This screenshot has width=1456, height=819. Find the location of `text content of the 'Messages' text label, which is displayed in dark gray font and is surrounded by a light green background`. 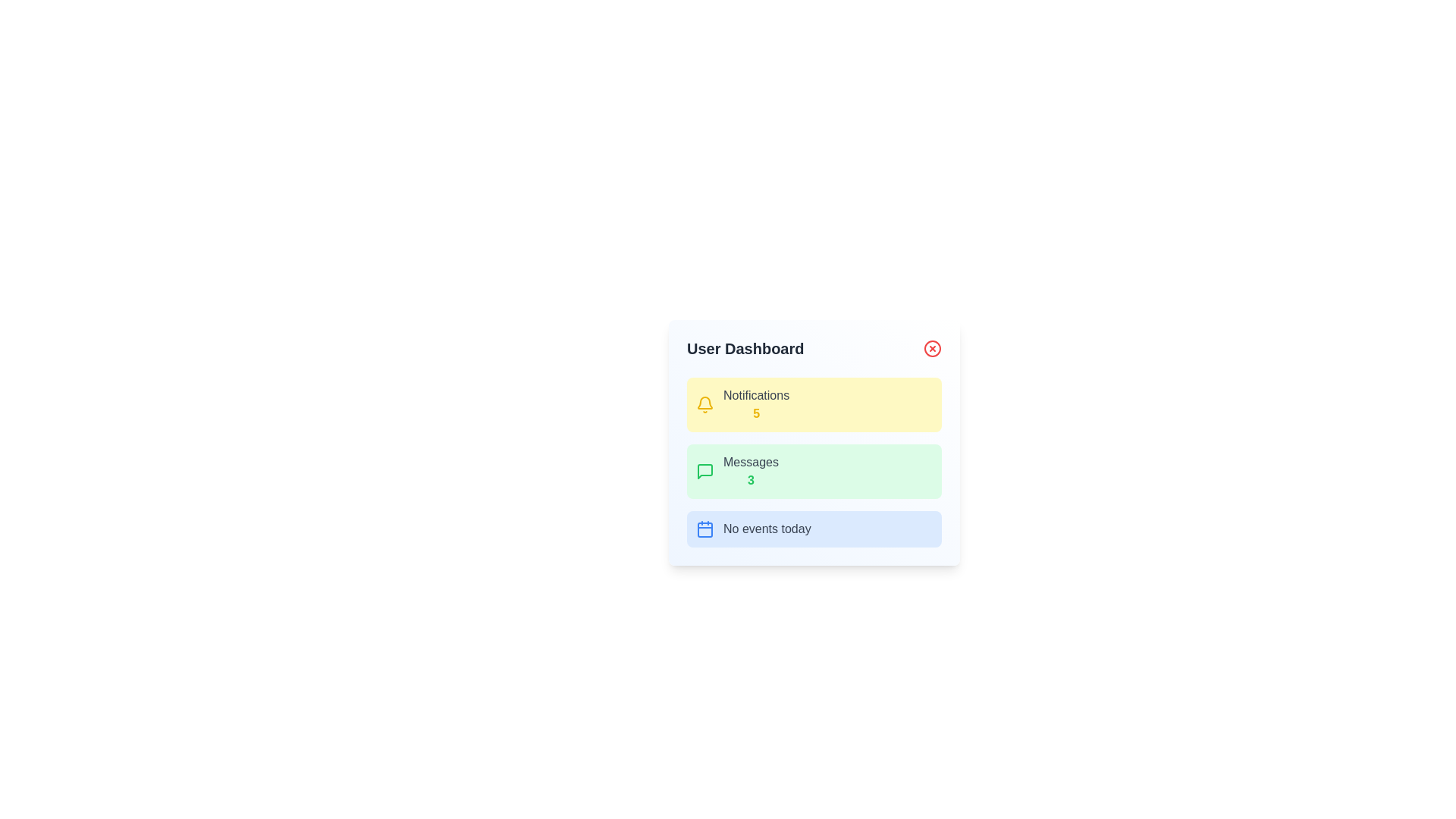

text content of the 'Messages' text label, which is displayed in dark gray font and is surrounded by a light green background is located at coordinates (751, 461).